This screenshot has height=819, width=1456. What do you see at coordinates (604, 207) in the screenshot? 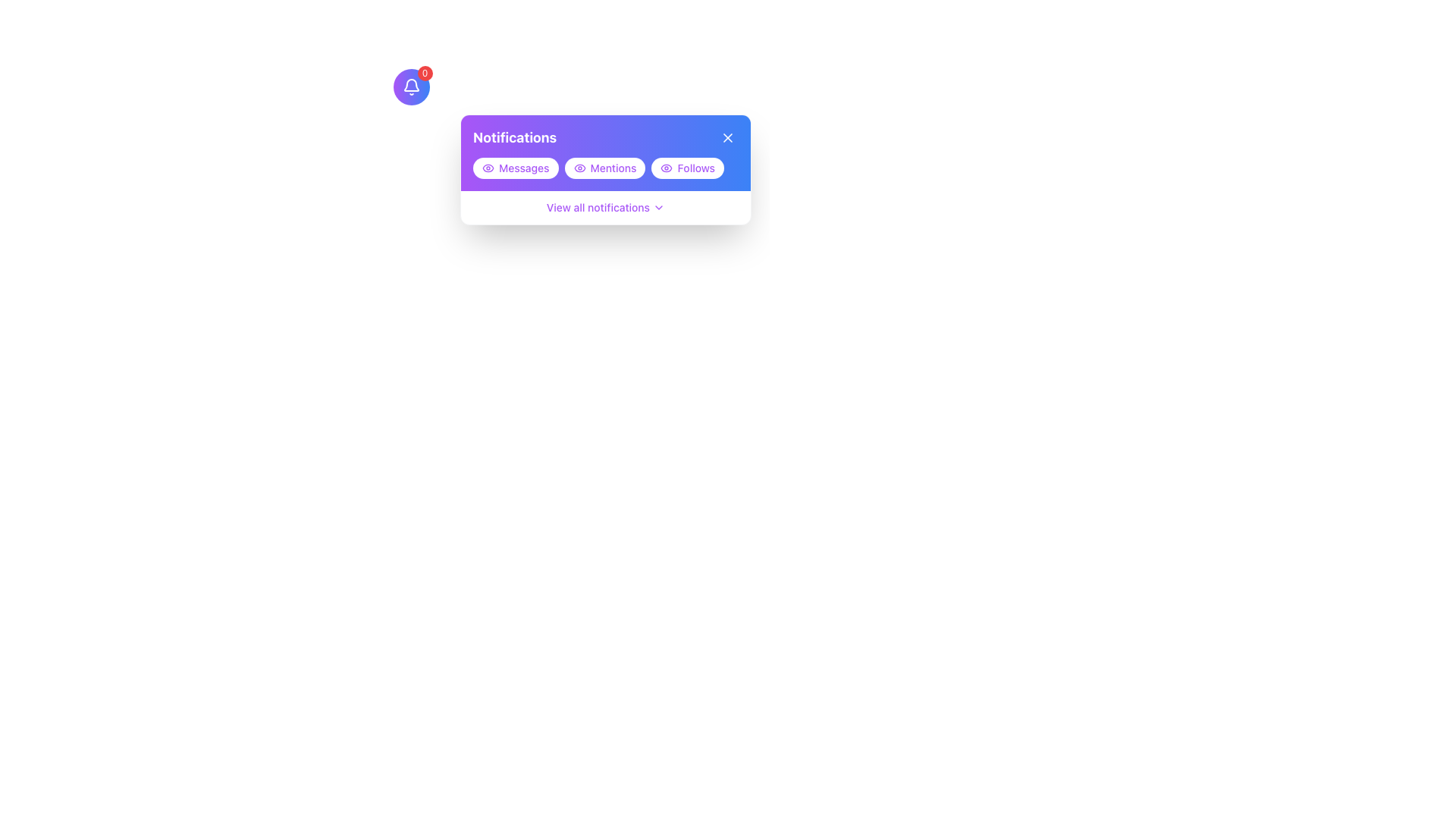
I see `the button located at the bottom of the notification panel` at bounding box center [604, 207].